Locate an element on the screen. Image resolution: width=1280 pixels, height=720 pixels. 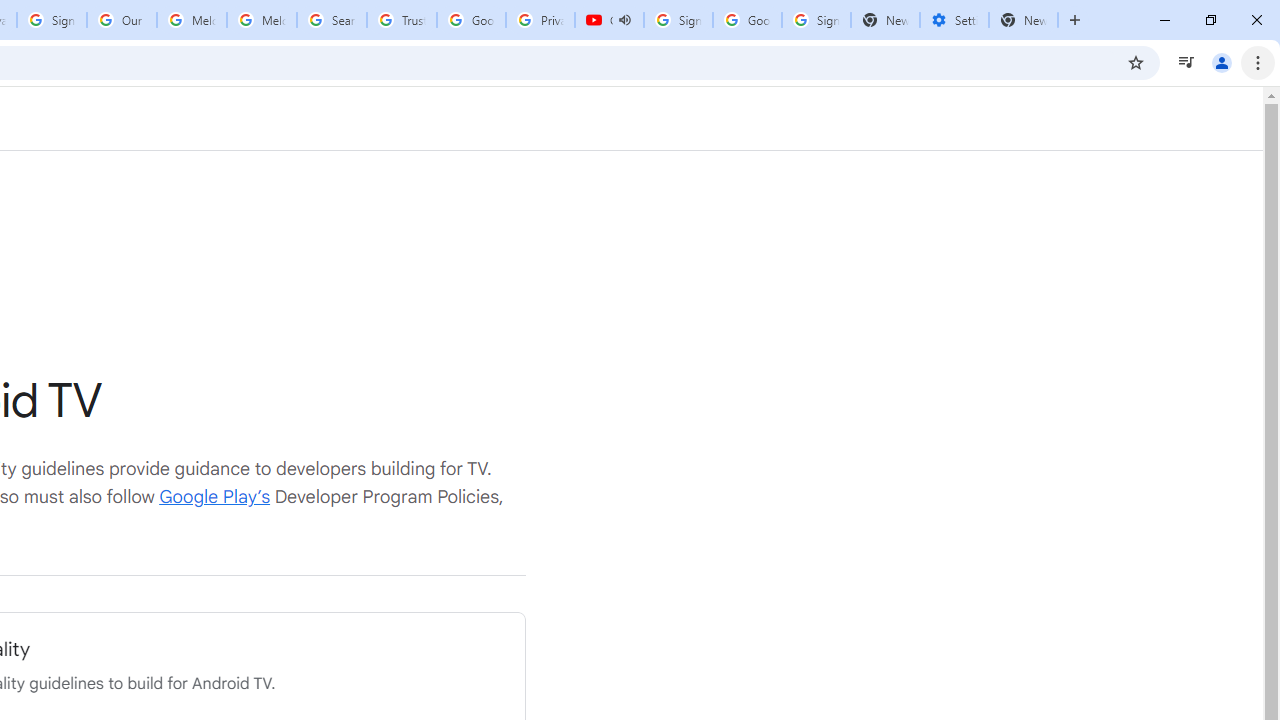
'Settings - Addresses and more' is located at coordinates (953, 20).